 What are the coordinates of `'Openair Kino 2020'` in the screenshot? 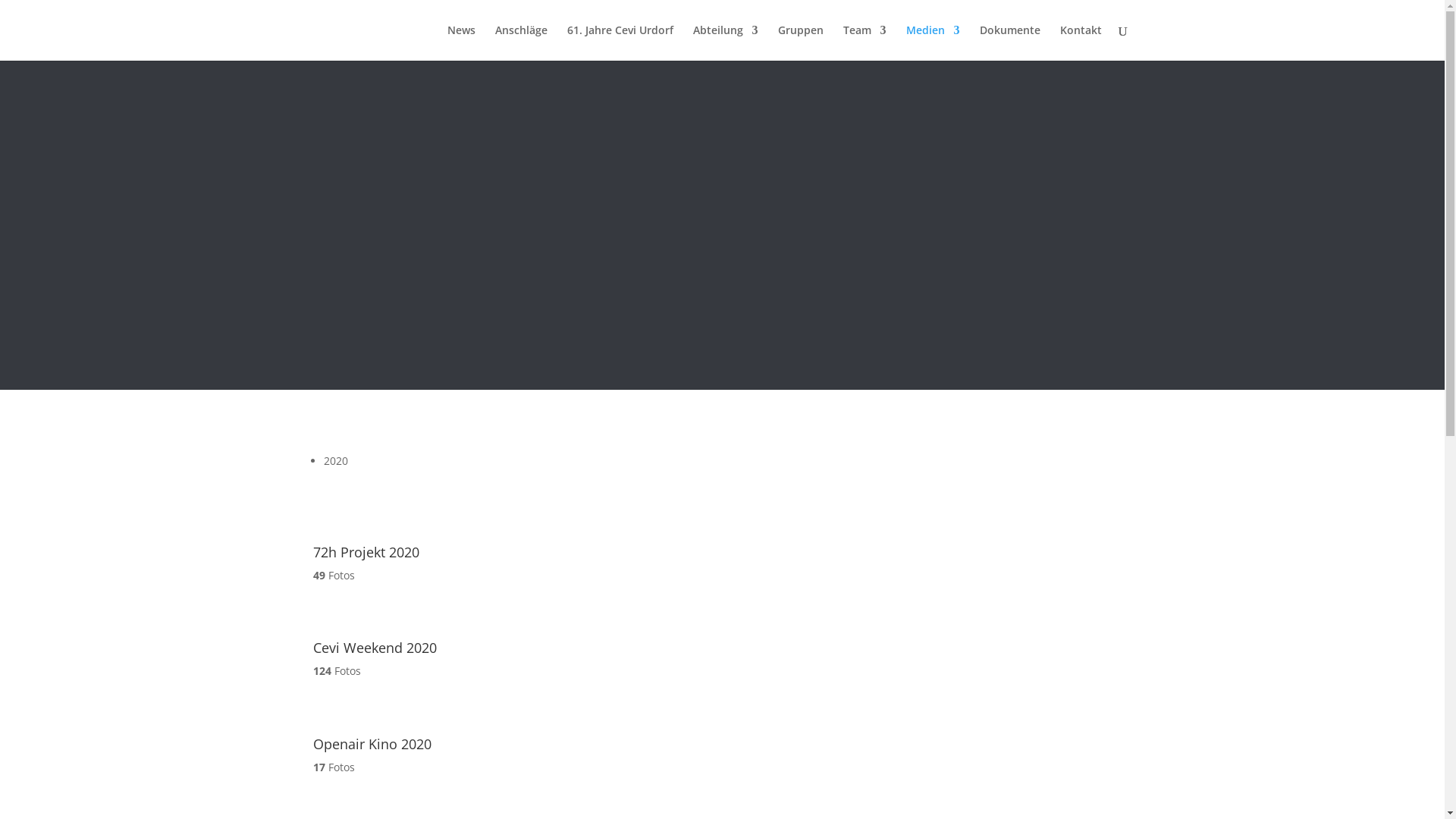 It's located at (346, 726).